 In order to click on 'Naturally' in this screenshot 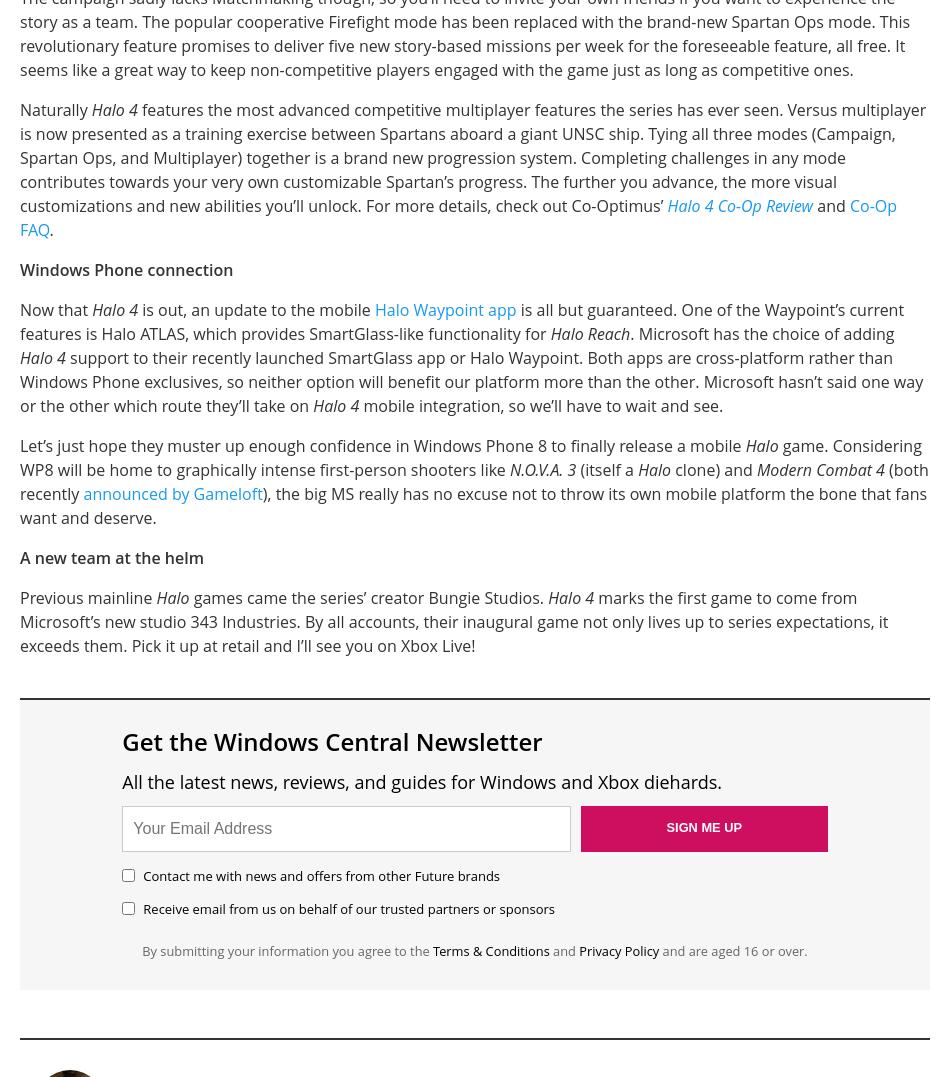, I will do `click(55, 107)`.